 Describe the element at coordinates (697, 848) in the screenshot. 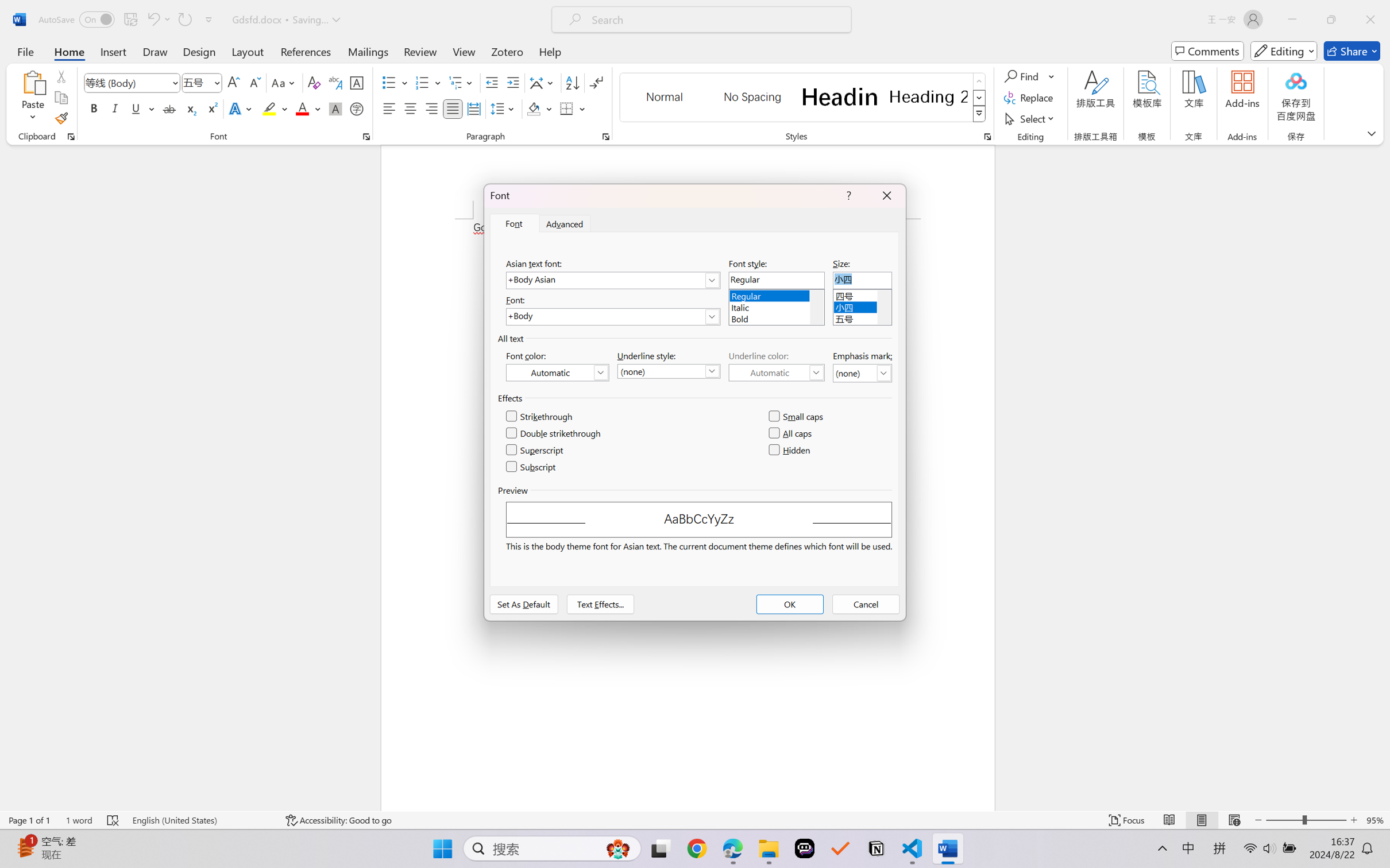

I see `'Google Chrome'` at that location.